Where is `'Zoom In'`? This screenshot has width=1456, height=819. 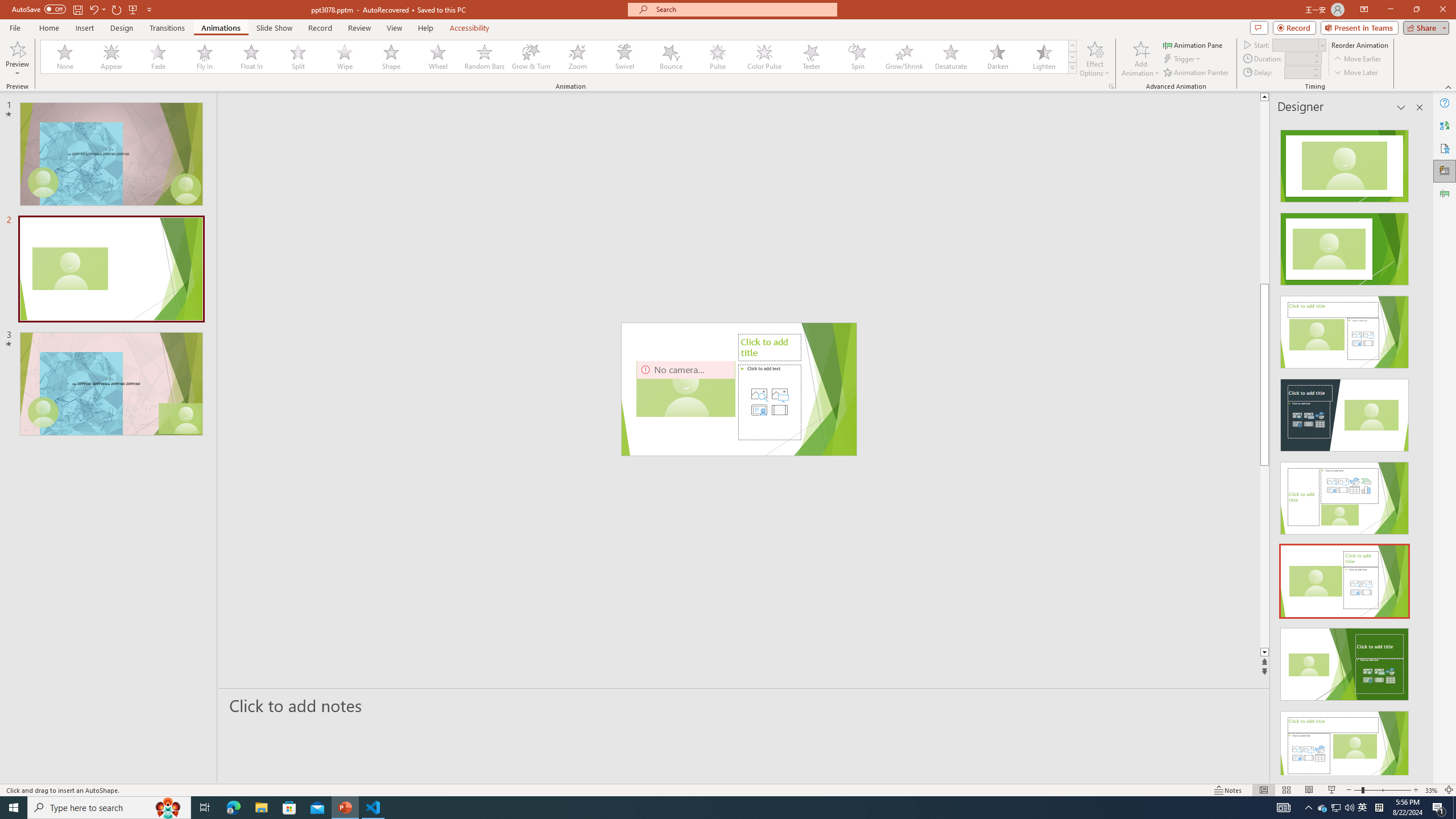 'Zoom In' is located at coordinates (1415, 790).